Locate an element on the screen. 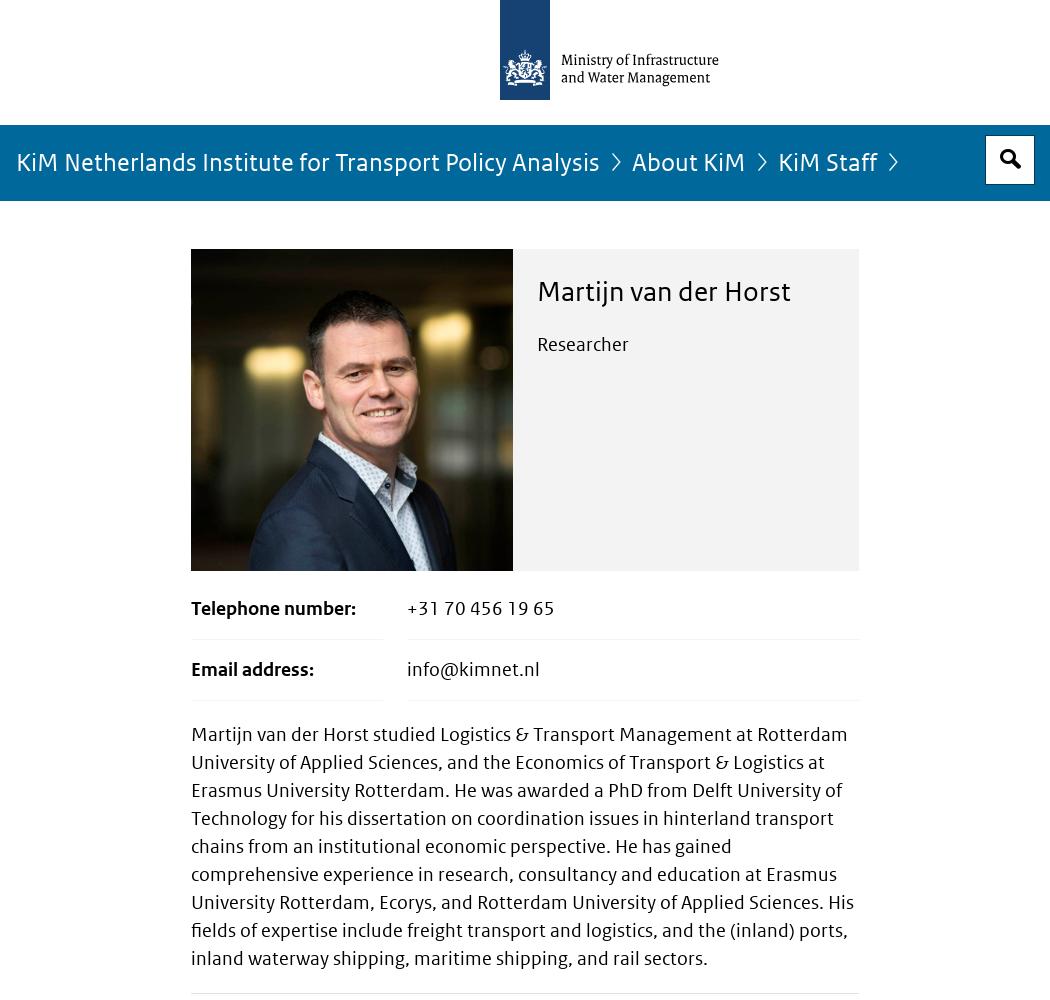 The height and width of the screenshot is (1000, 1050). 'KiM Staff' is located at coordinates (827, 163).